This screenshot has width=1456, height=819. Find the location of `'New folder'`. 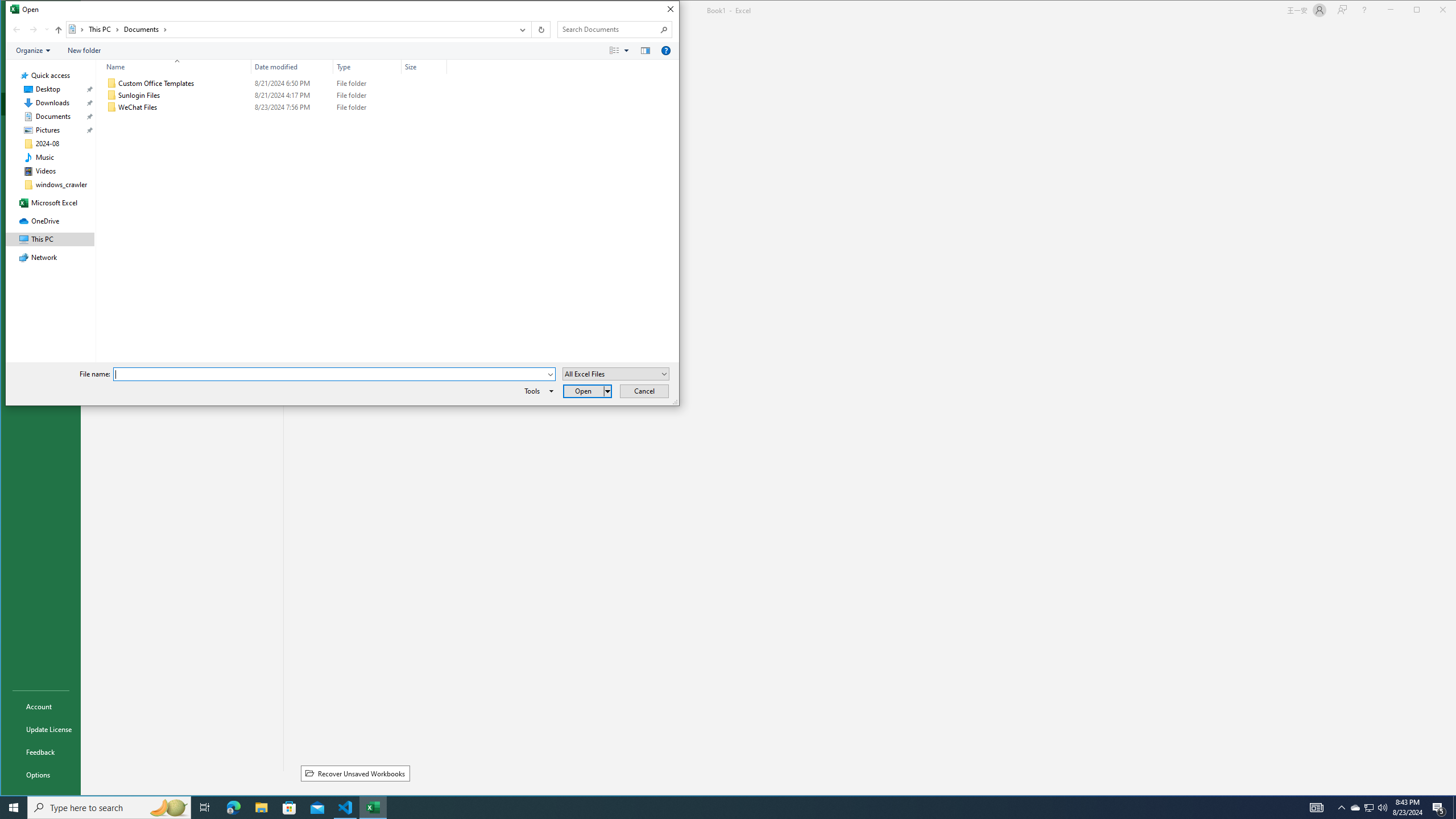

'New folder' is located at coordinates (84, 50).